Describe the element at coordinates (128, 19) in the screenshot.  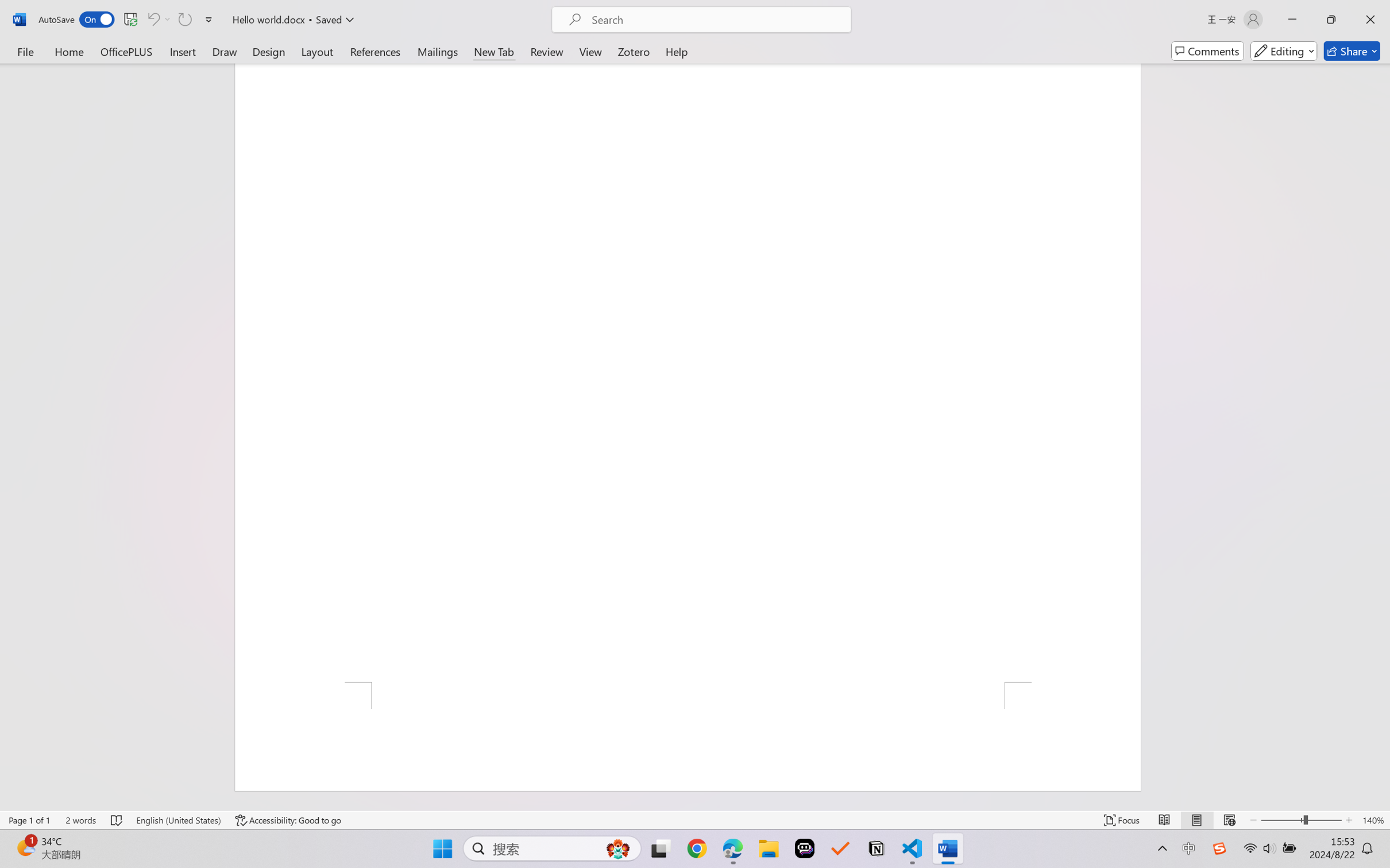
I see `'Quick Access Toolbar'` at that location.